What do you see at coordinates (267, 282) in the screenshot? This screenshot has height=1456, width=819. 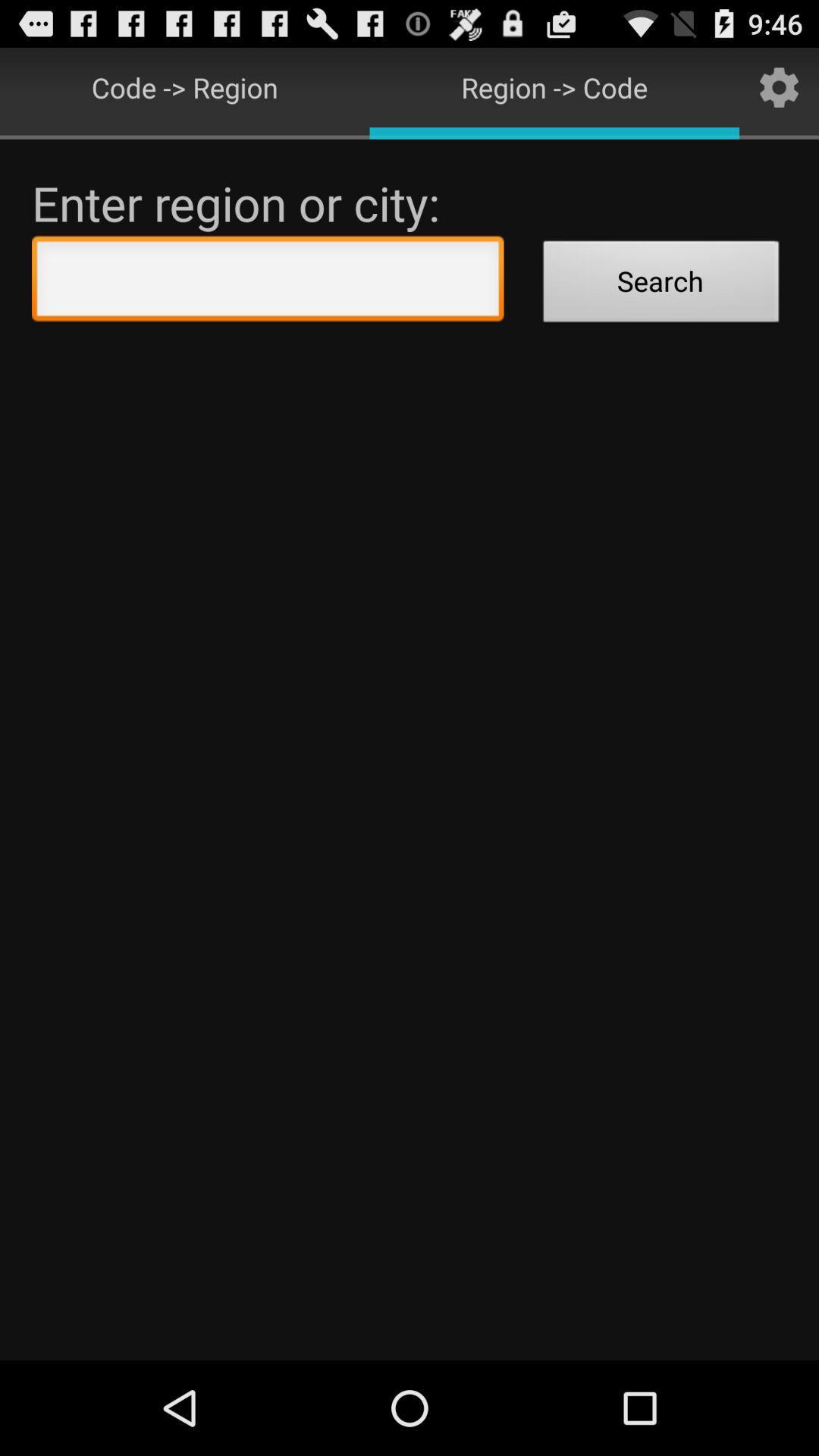 I see `the icon next to the search` at bounding box center [267, 282].